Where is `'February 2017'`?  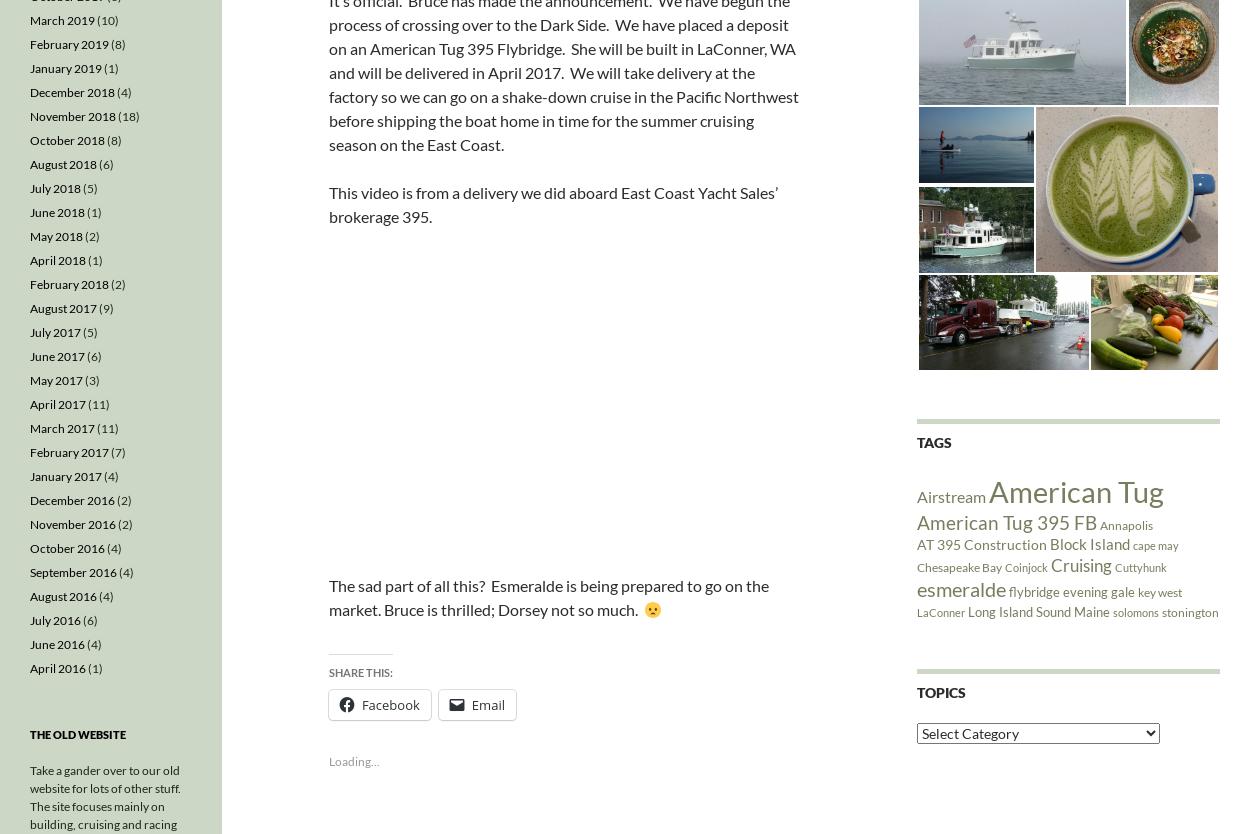 'February 2017' is located at coordinates (68, 452).